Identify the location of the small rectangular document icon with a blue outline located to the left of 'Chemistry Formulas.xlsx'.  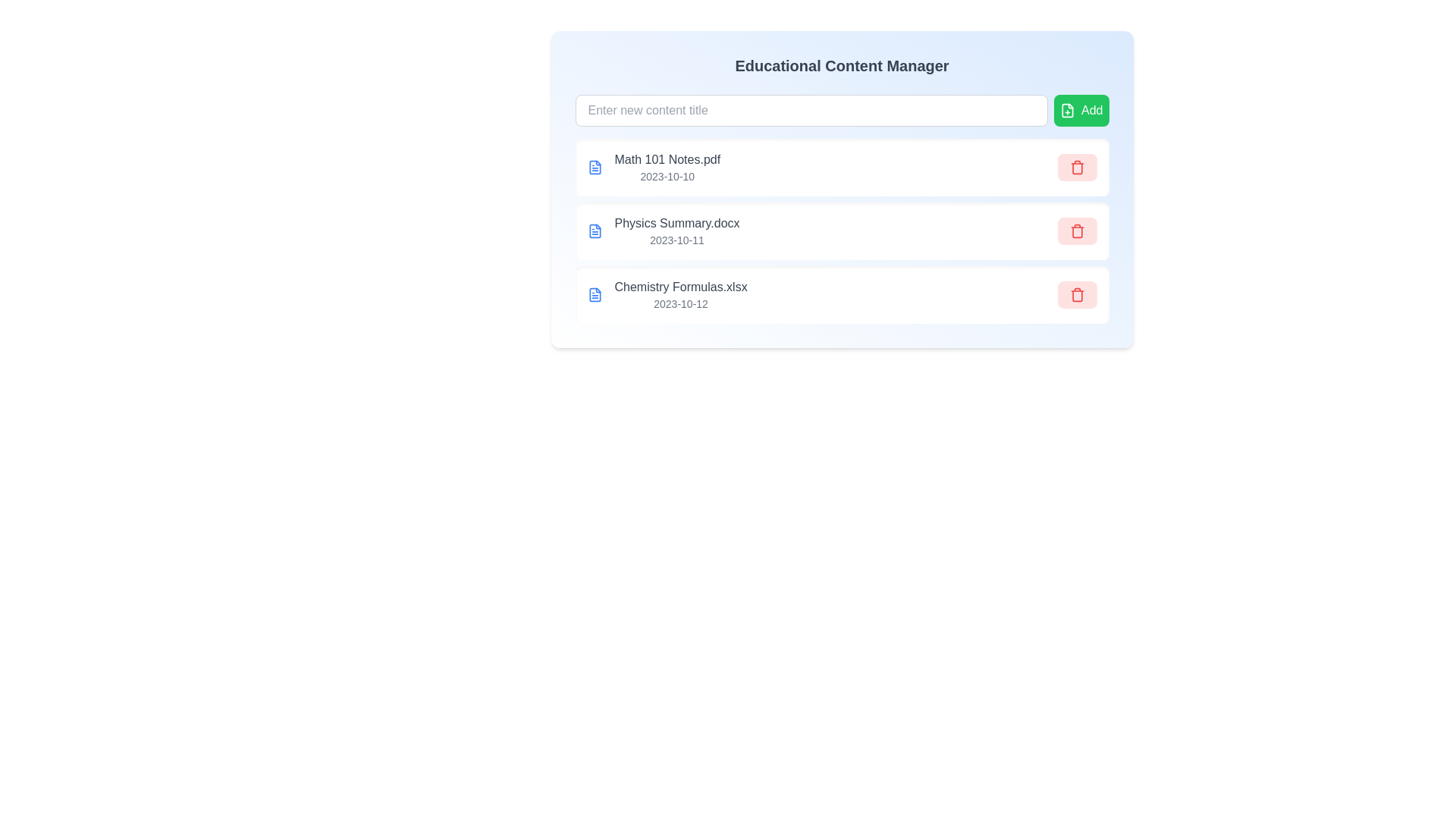
(594, 295).